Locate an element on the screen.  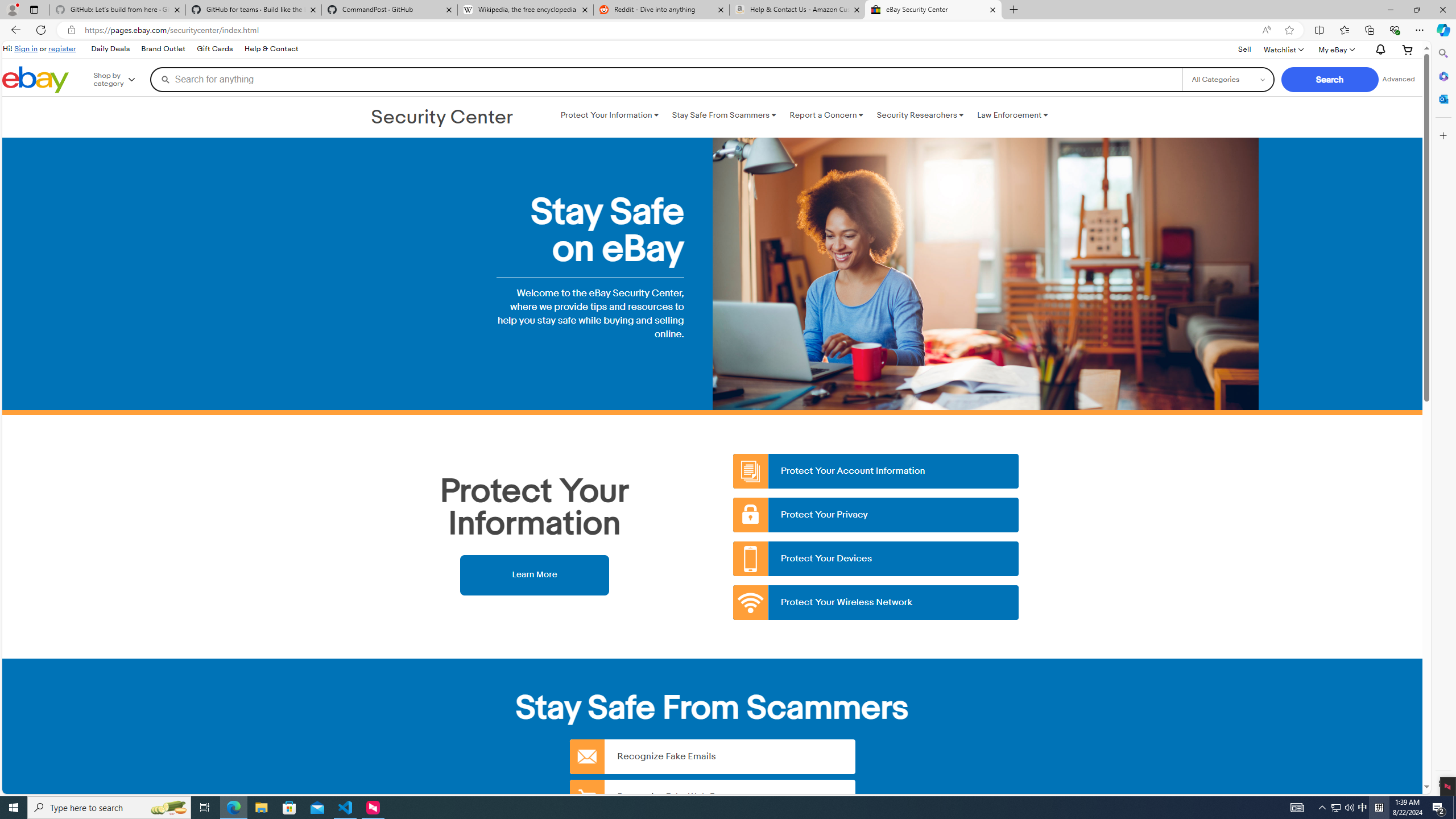
'eBay Security Center' is located at coordinates (932, 9).